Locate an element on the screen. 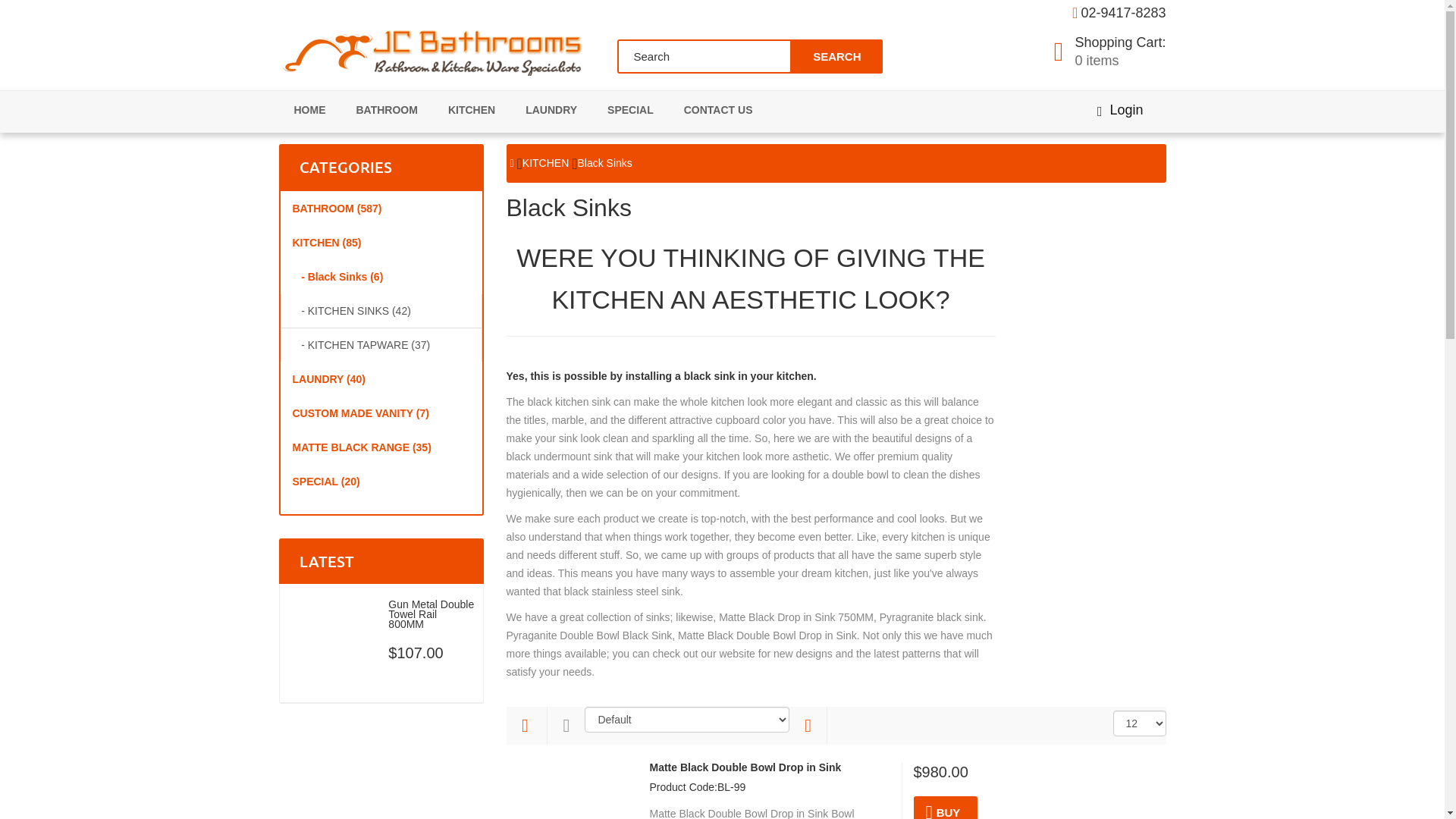 The image size is (1456, 819). 'Shopping Cart: is located at coordinates (1110, 52).